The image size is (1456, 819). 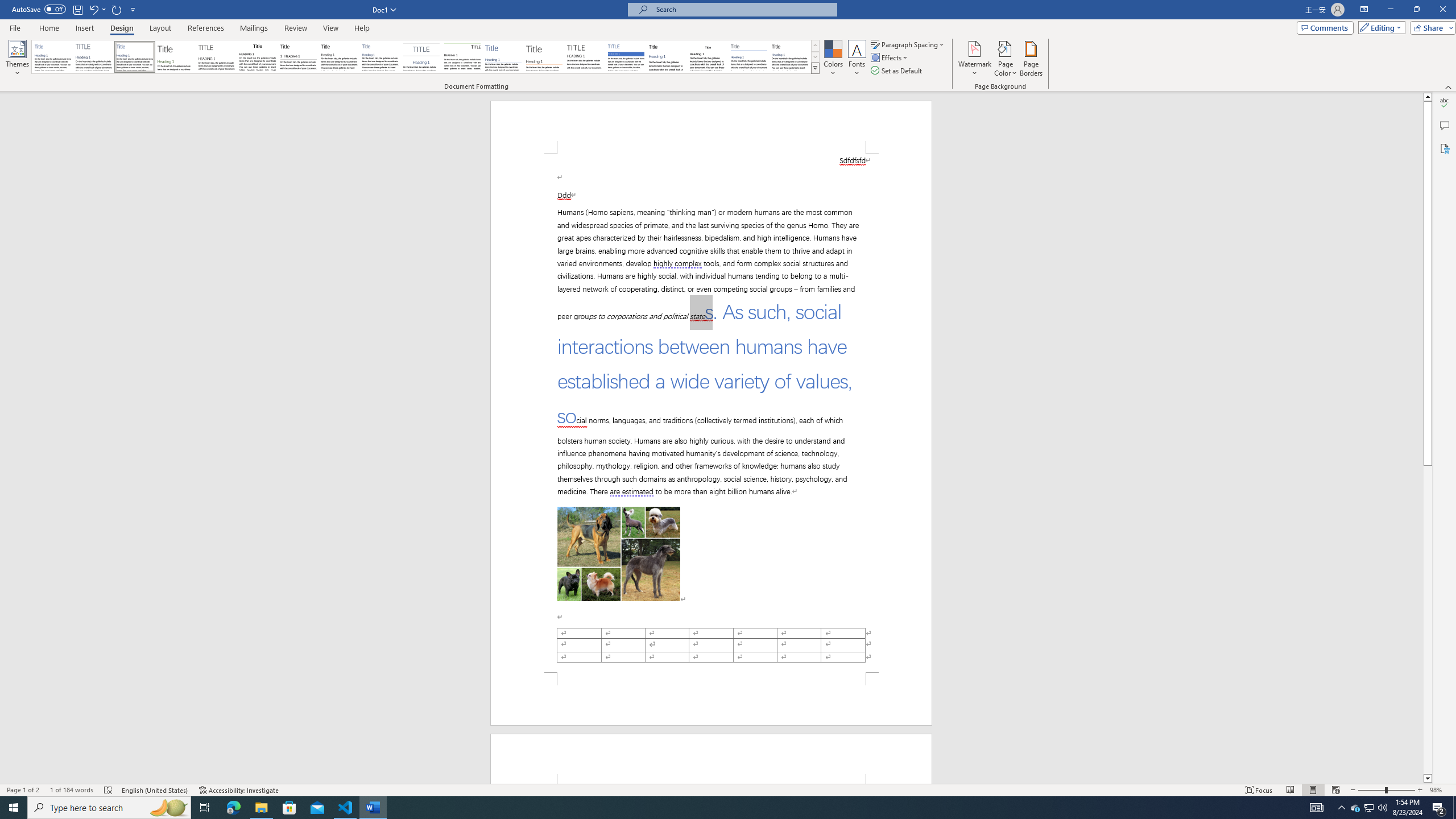 I want to click on 'Repeat Doc Close', so click(x=117, y=9).